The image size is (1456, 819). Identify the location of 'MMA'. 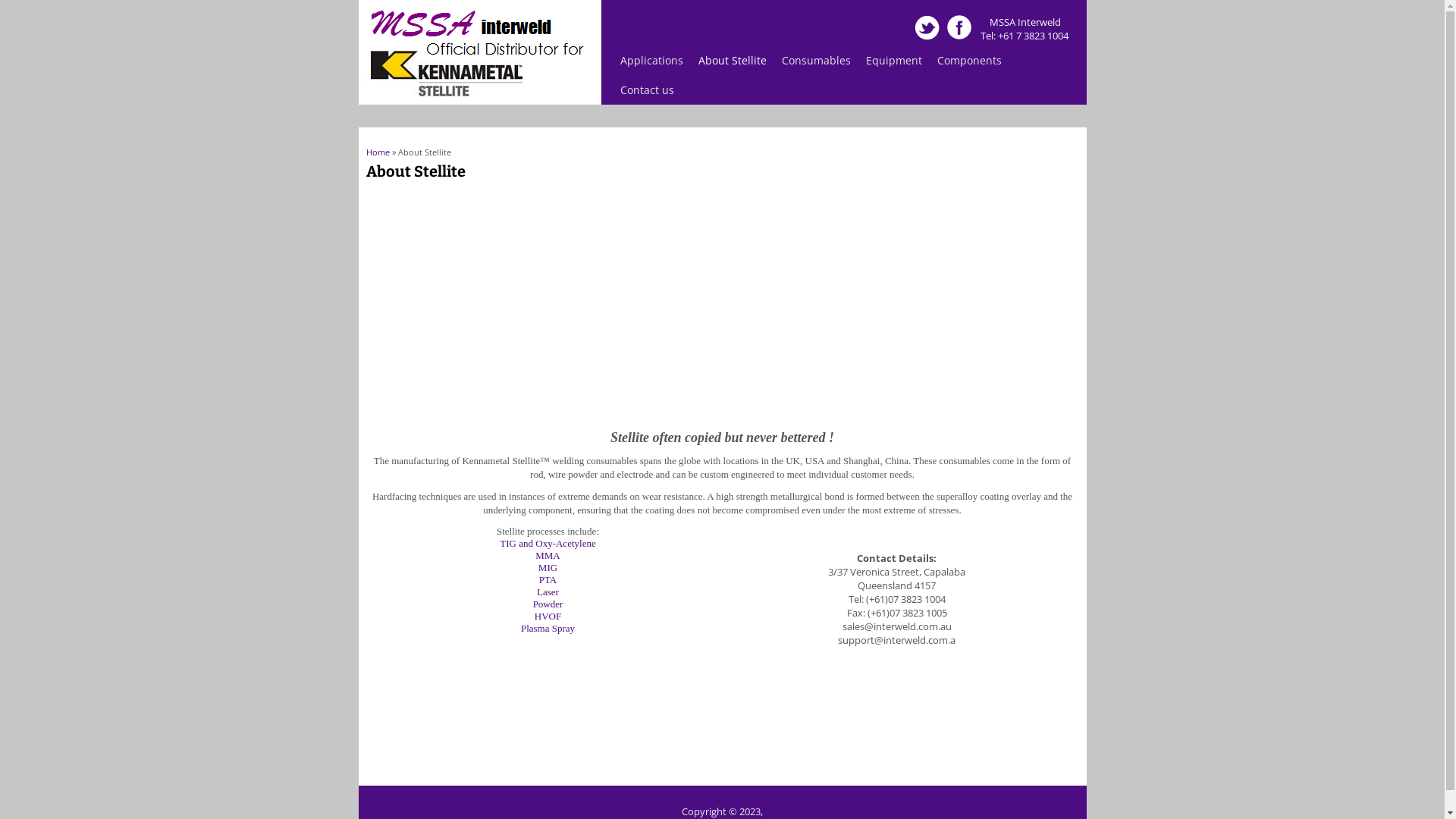
(547, 555).